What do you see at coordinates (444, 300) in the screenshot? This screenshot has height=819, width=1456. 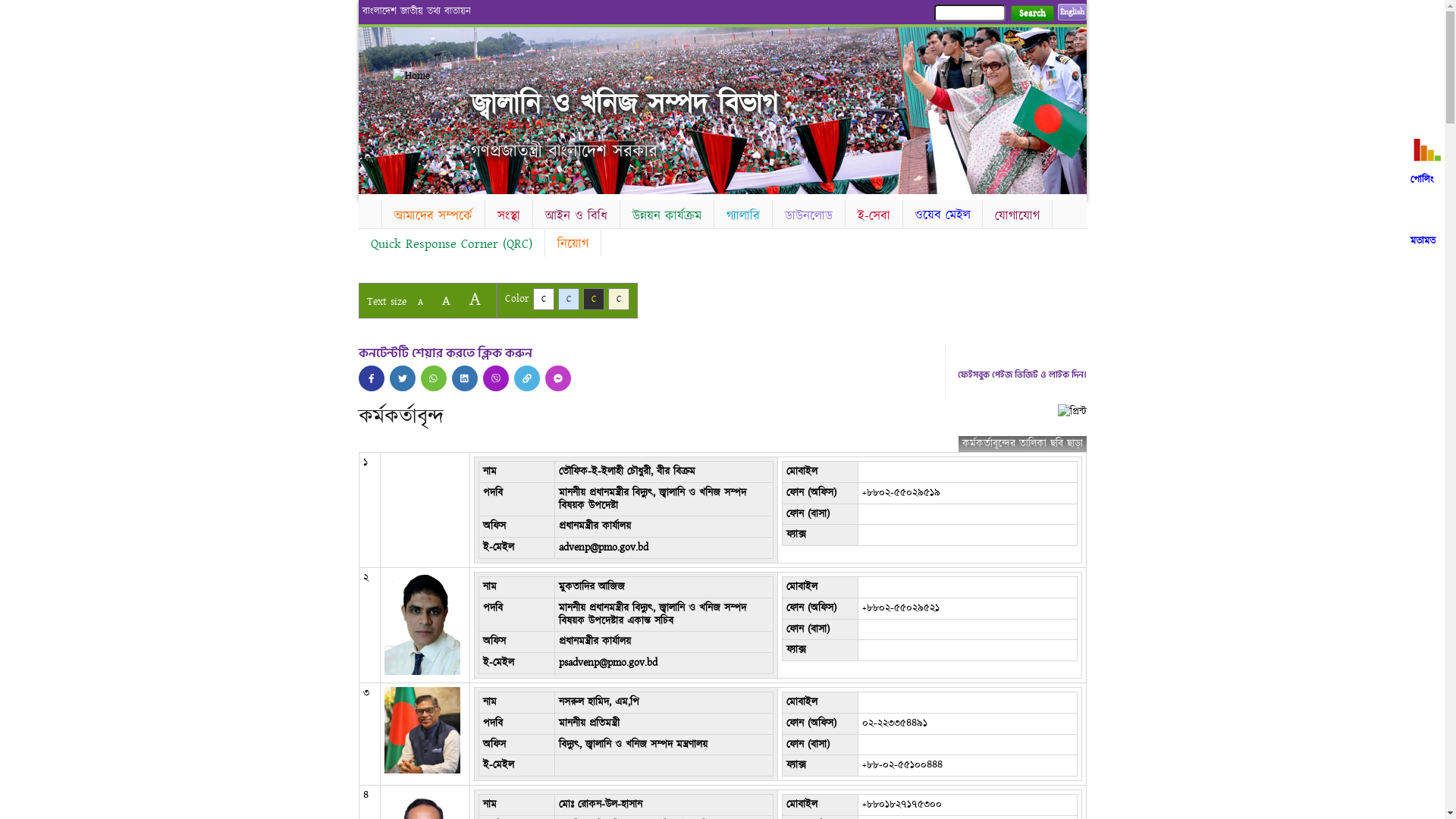 I see `'A'` at bounding box center [444, 300].